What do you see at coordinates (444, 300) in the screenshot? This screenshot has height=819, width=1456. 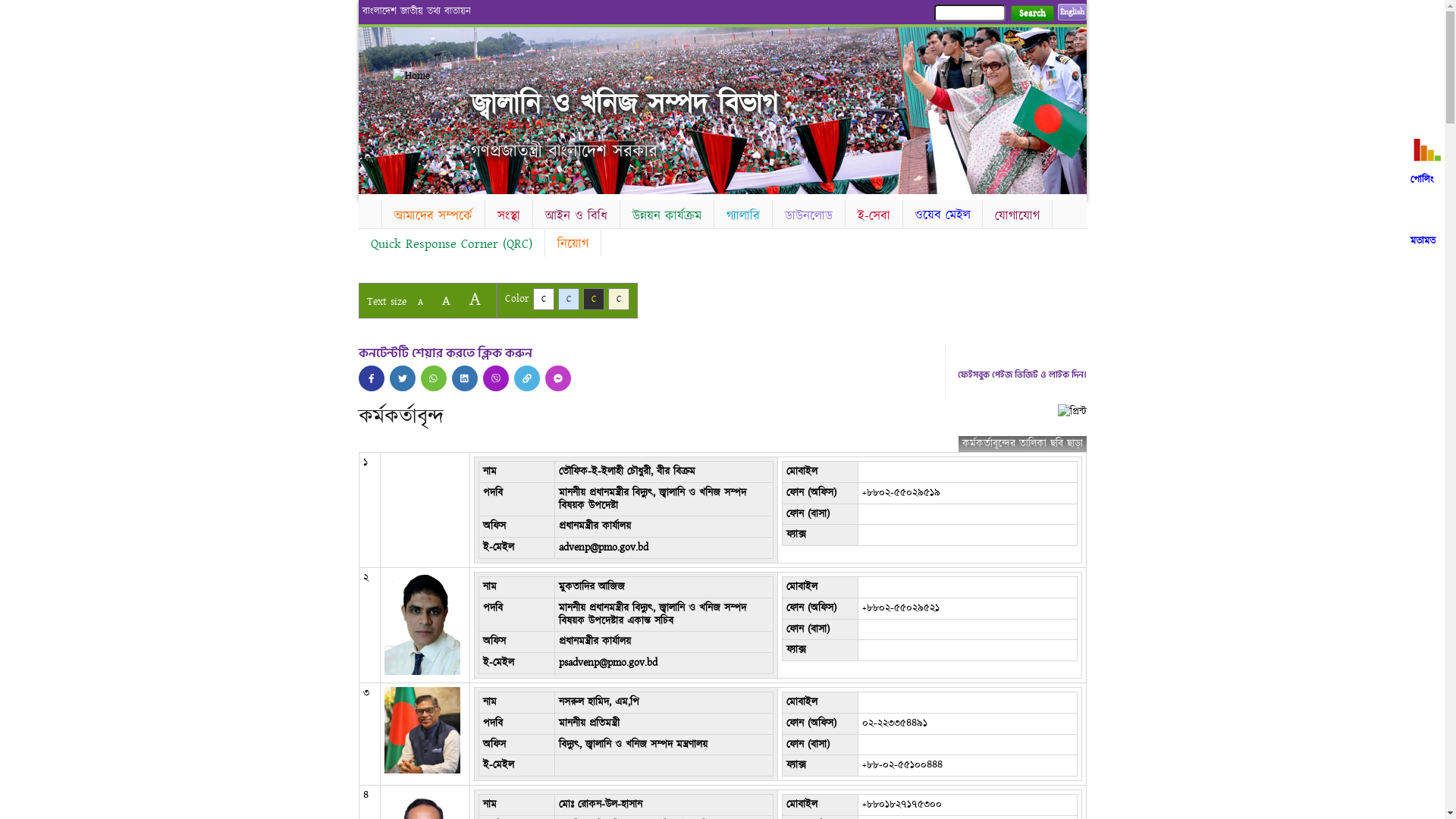 I see `'A'` at bounding box center [444, 300].